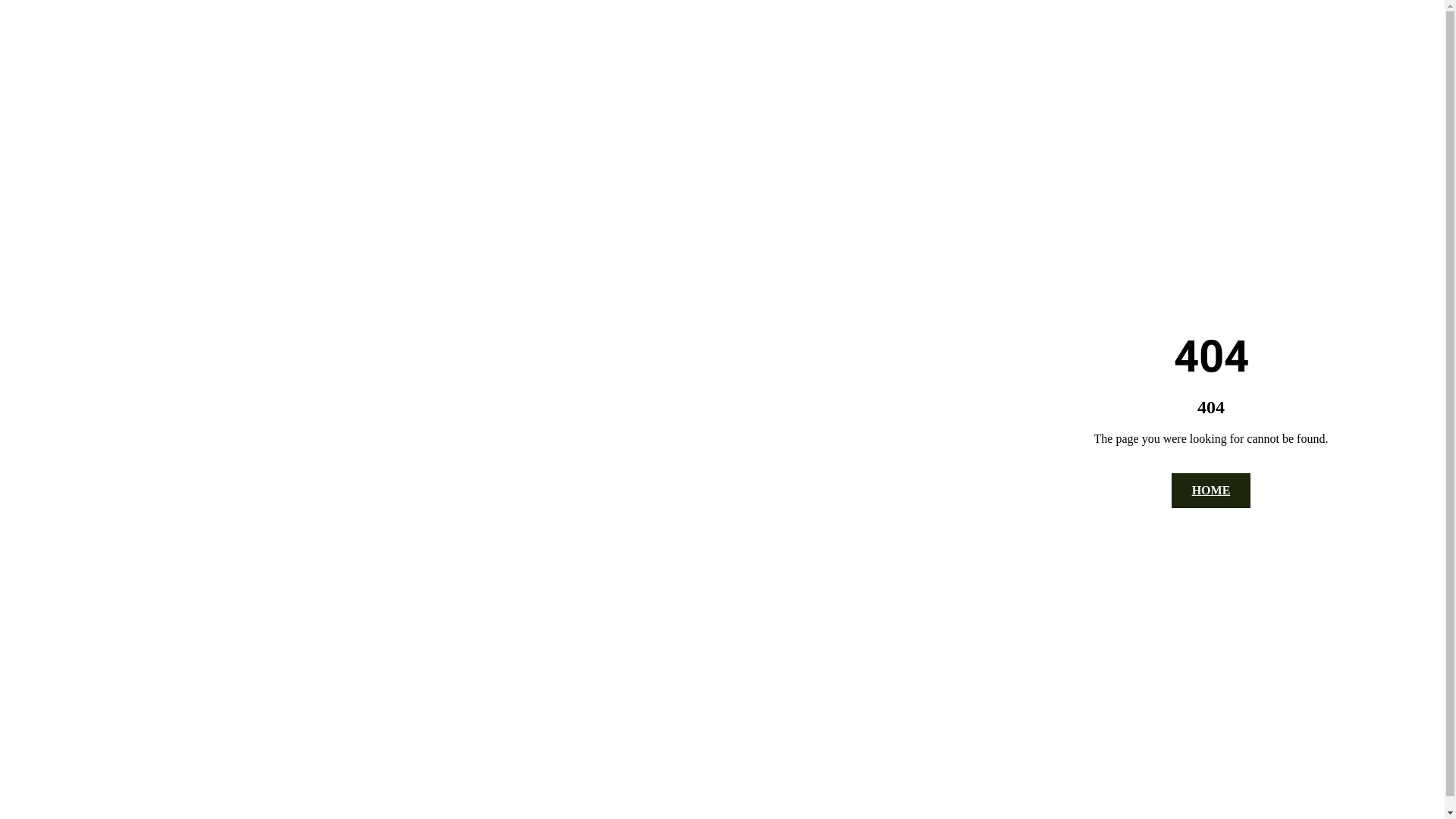  Describe the element at coordinates (1210, 491) in the screenshot. I see `'HOME'` at that location.